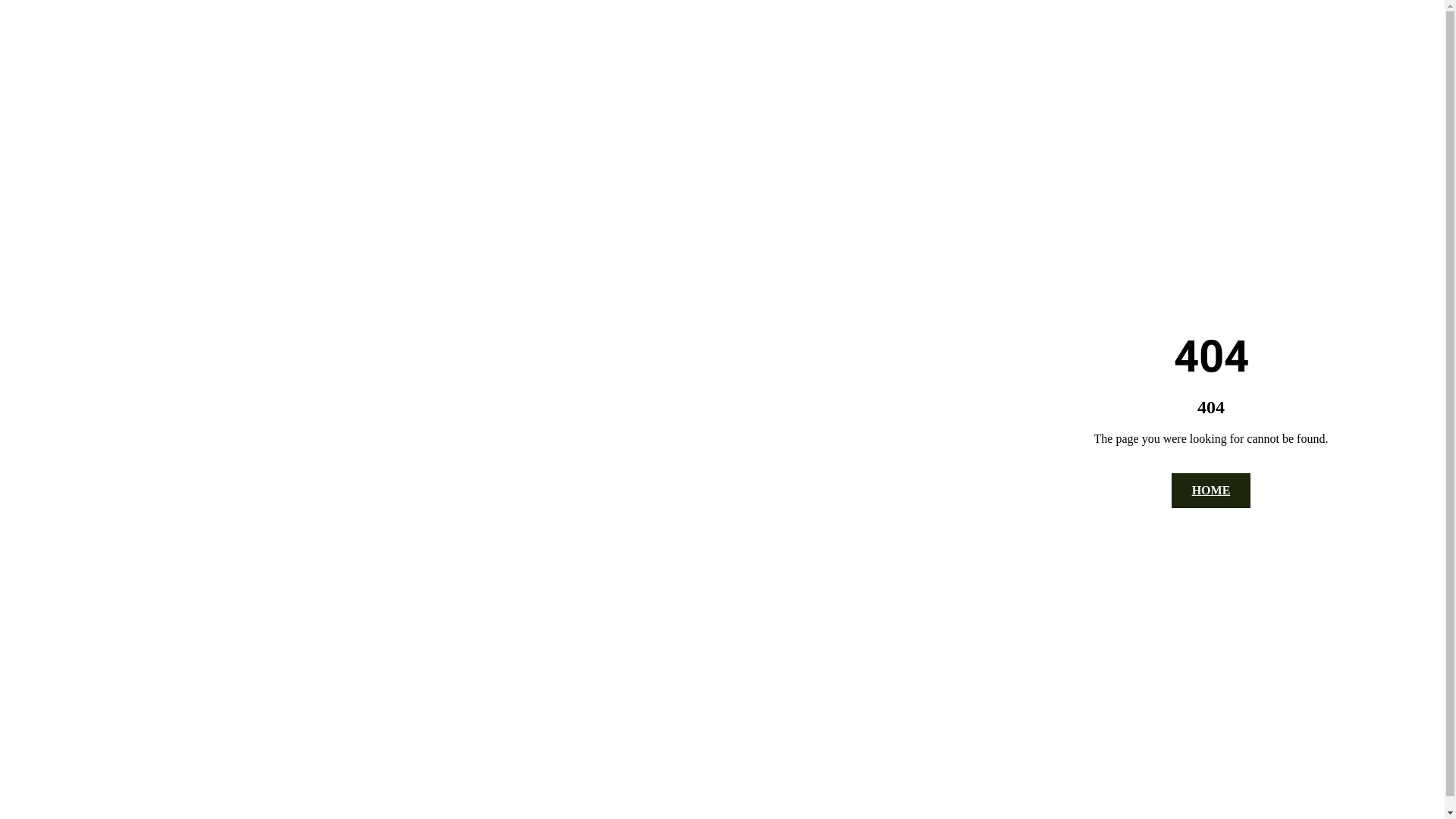  Describe the element at coordinates (1210, 491) in the screenshot. I see `'HOME'` at that location.